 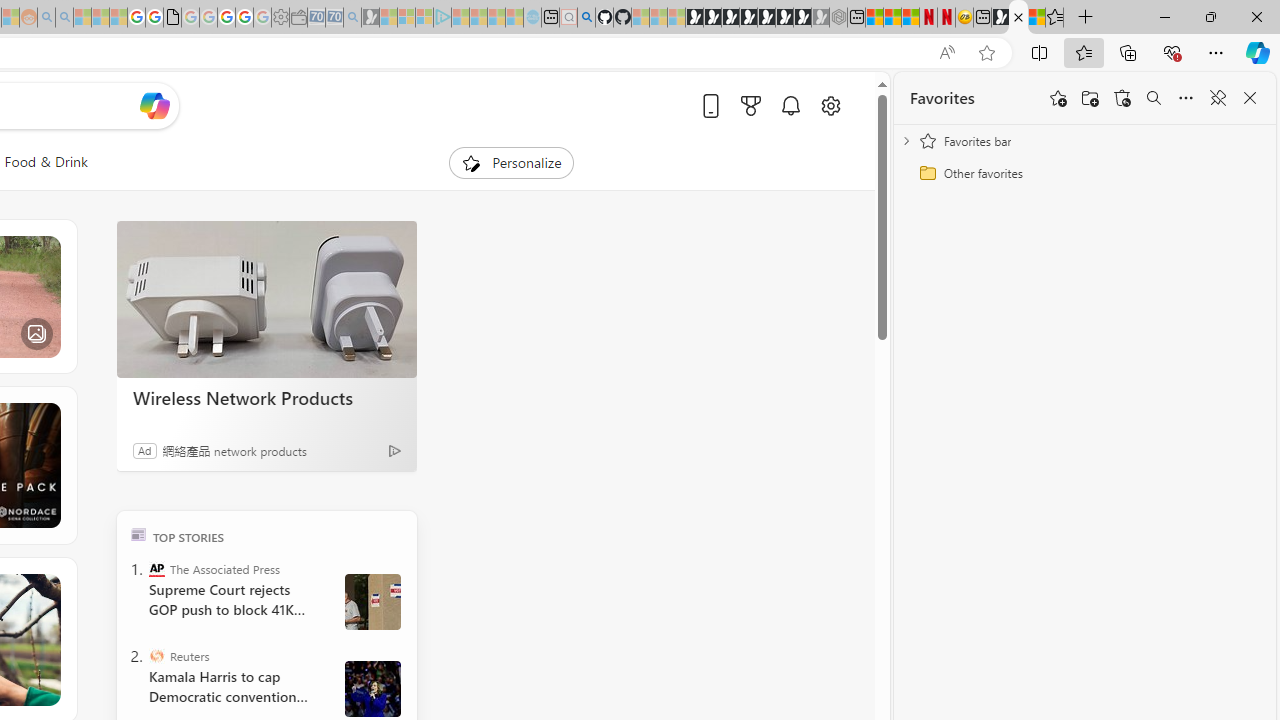 What do you see at coordinates (1088, 98) in the screenshot?
I see `'Add folder'` at bounding box center [1088, 98].